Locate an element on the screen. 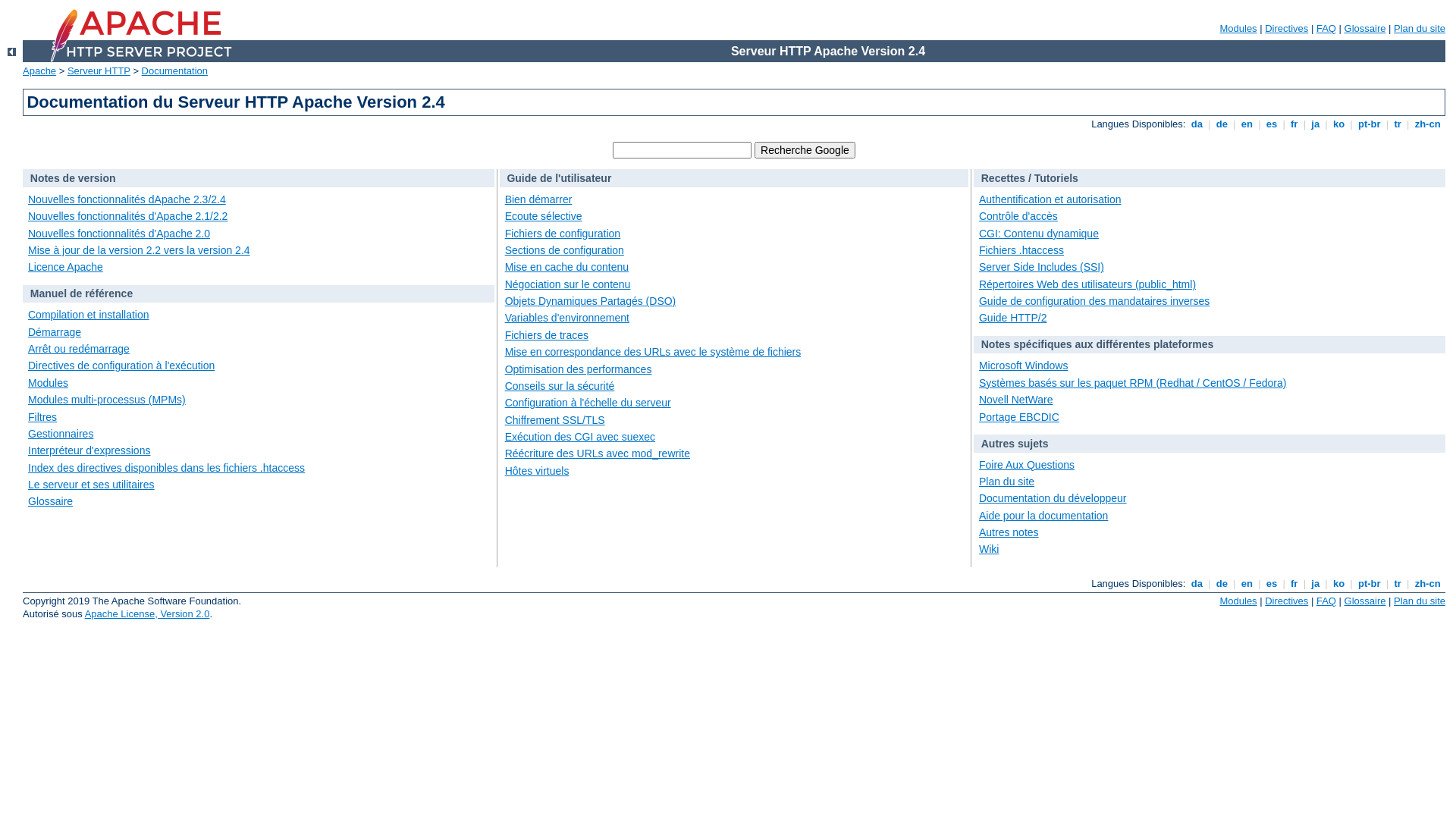  'Autres sujets' is located at coordinates (981, 444).